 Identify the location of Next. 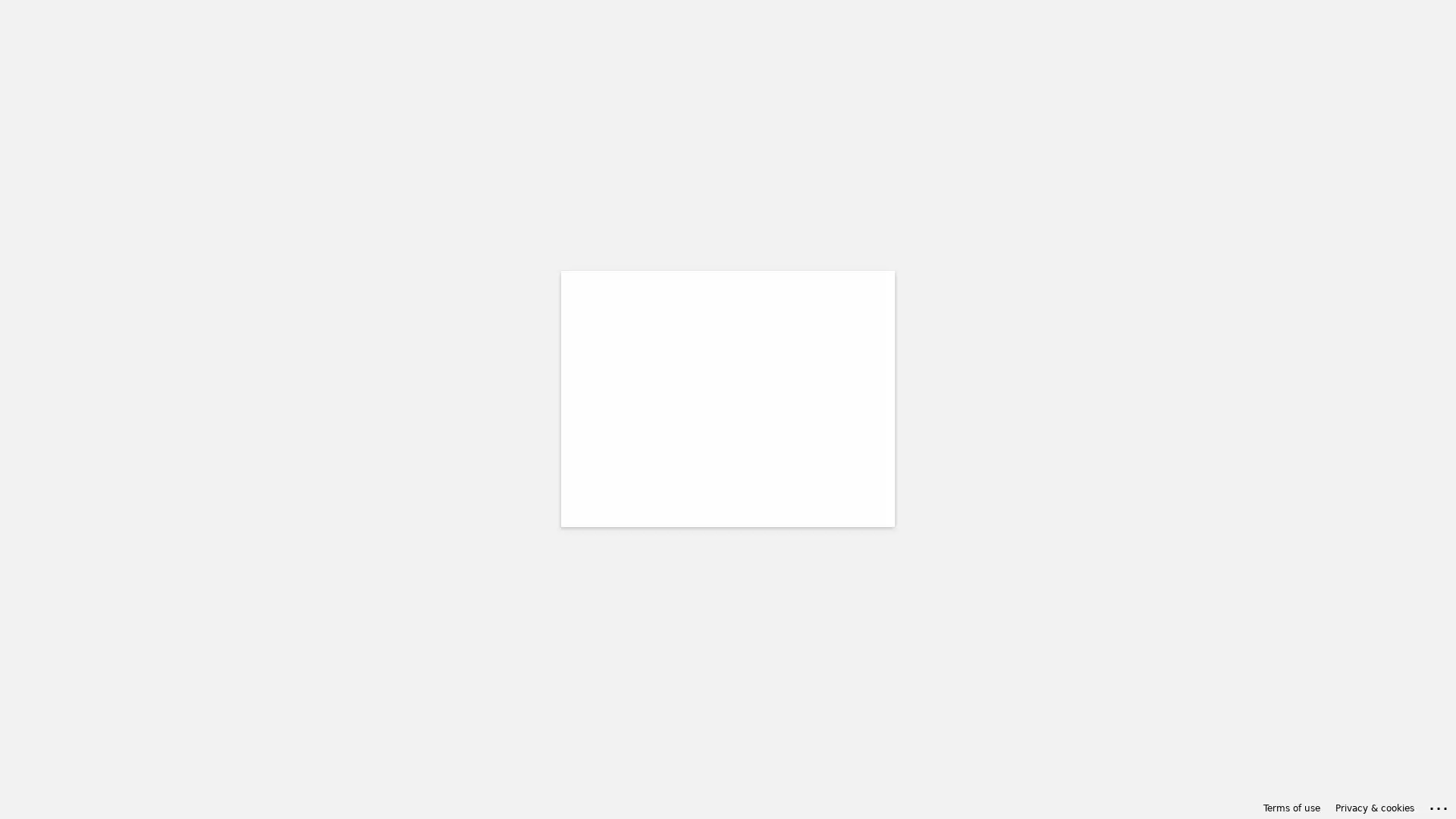
(819, 458).